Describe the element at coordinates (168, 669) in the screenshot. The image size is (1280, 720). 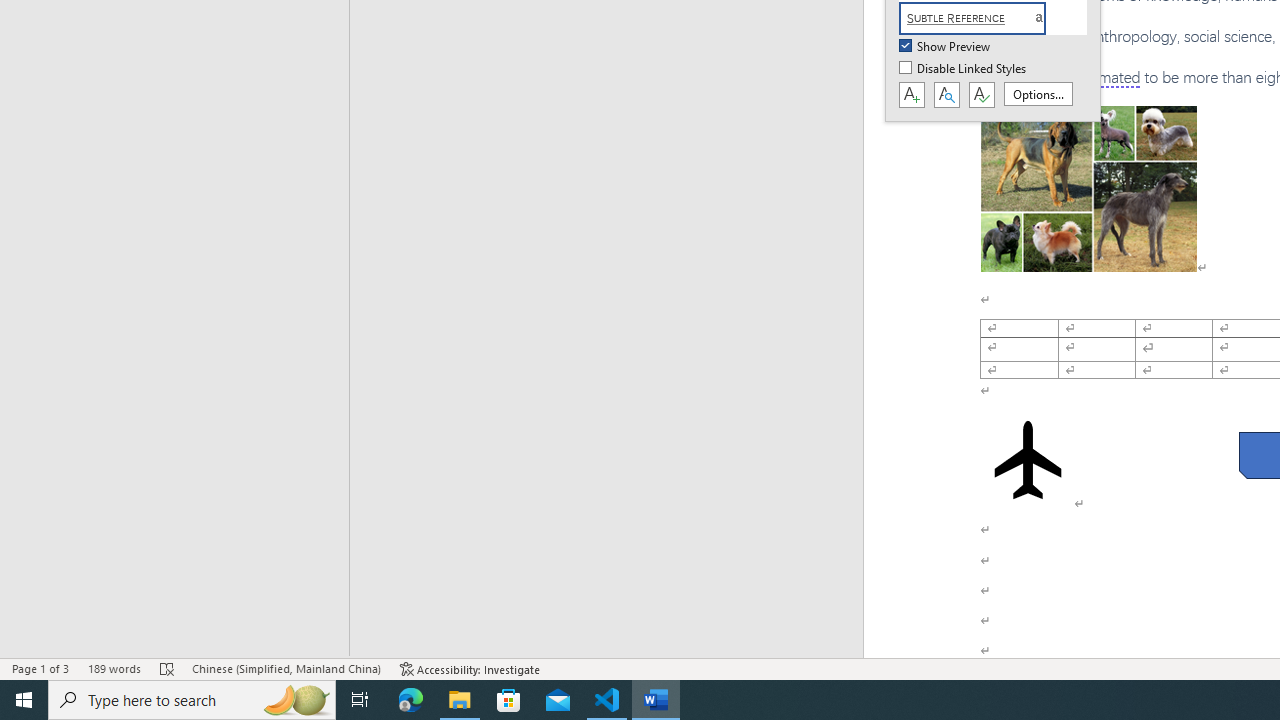
I see `'Spelling and Grammar Check Errors'` at that location.